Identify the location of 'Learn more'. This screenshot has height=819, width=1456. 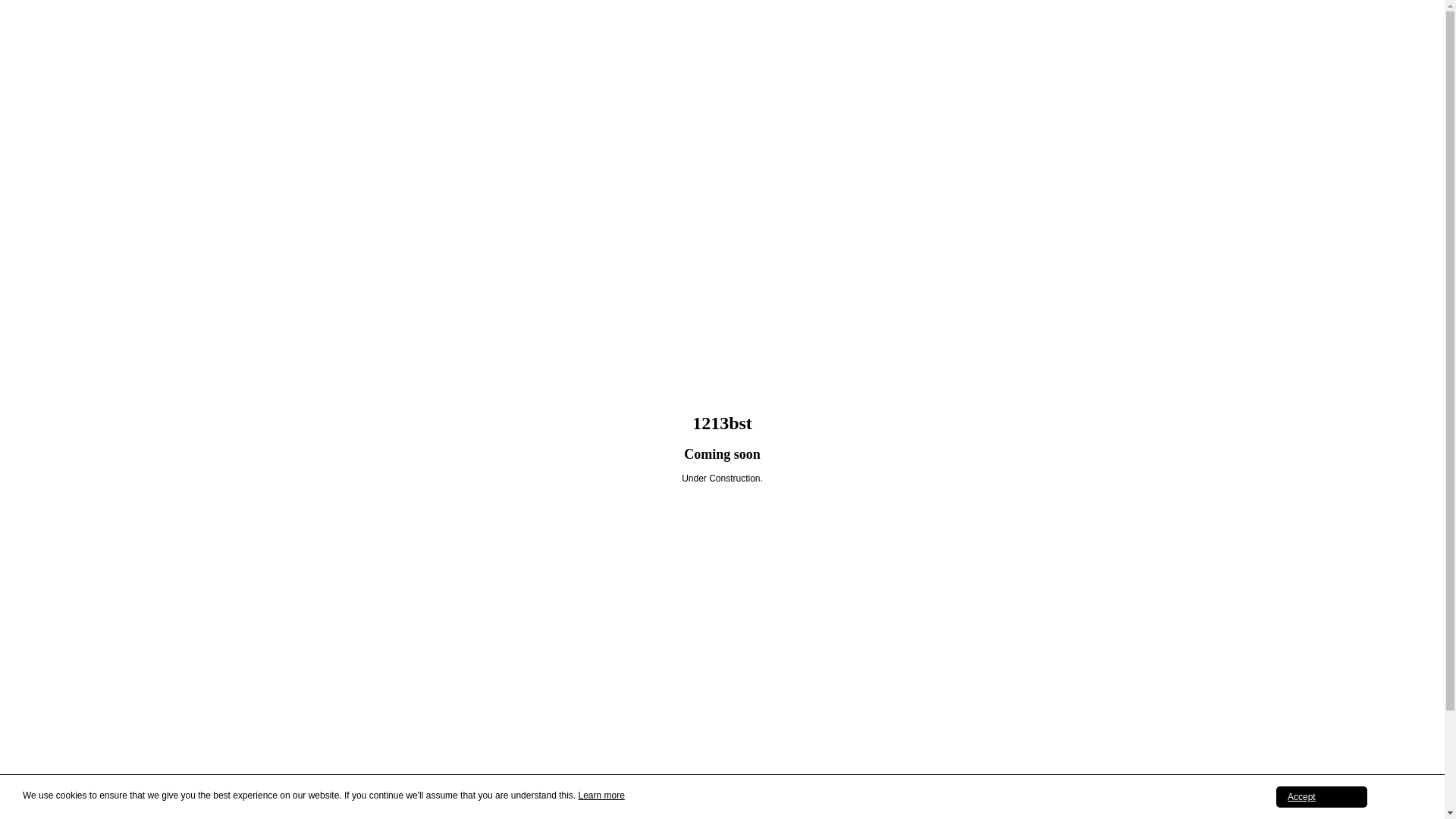
(600, 795).